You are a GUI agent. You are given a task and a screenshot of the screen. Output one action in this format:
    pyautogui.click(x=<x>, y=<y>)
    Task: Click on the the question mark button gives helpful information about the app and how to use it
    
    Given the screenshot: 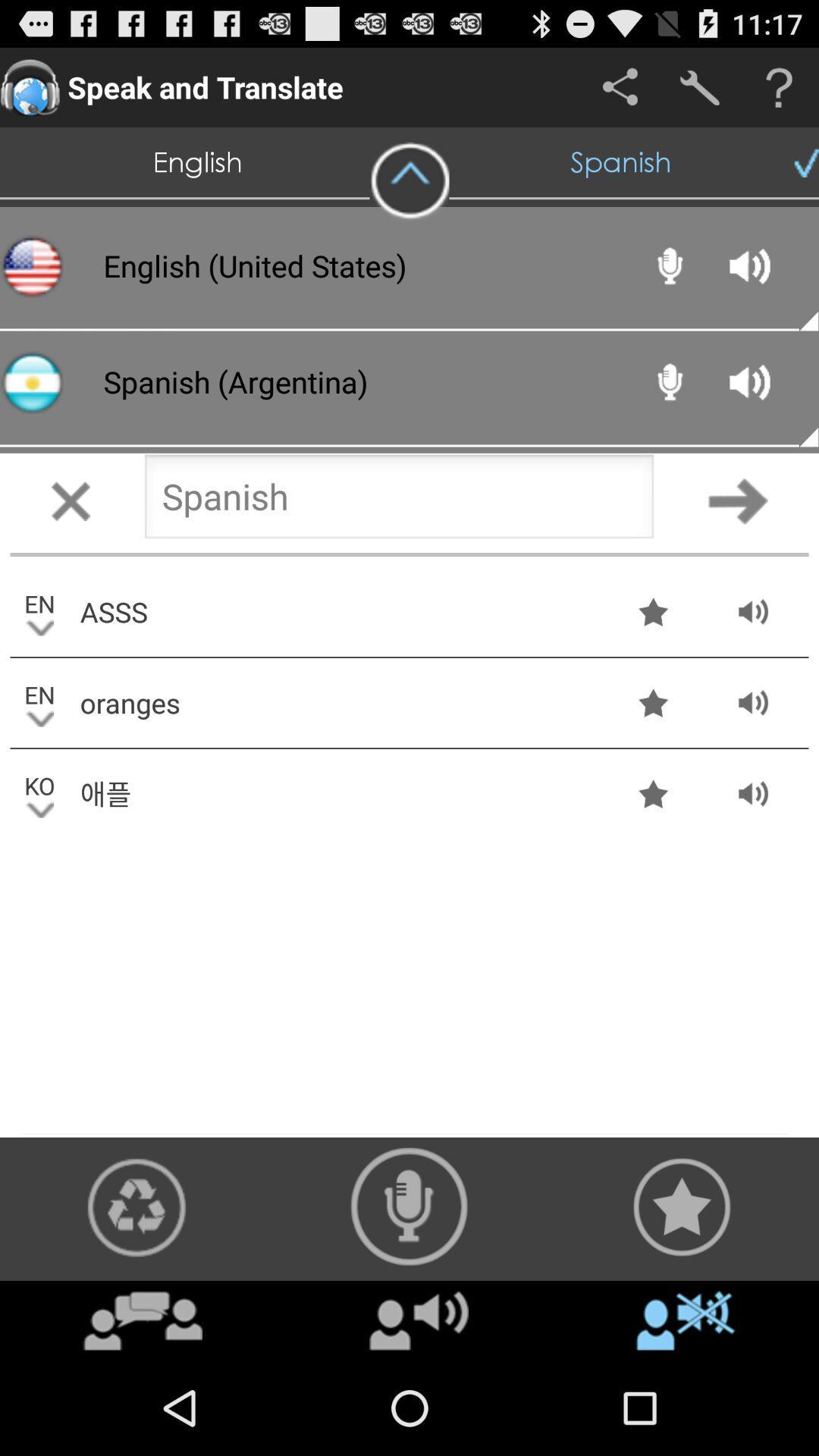 What is the action you would take?
    pyautogui.click(x=779, y=86)
    